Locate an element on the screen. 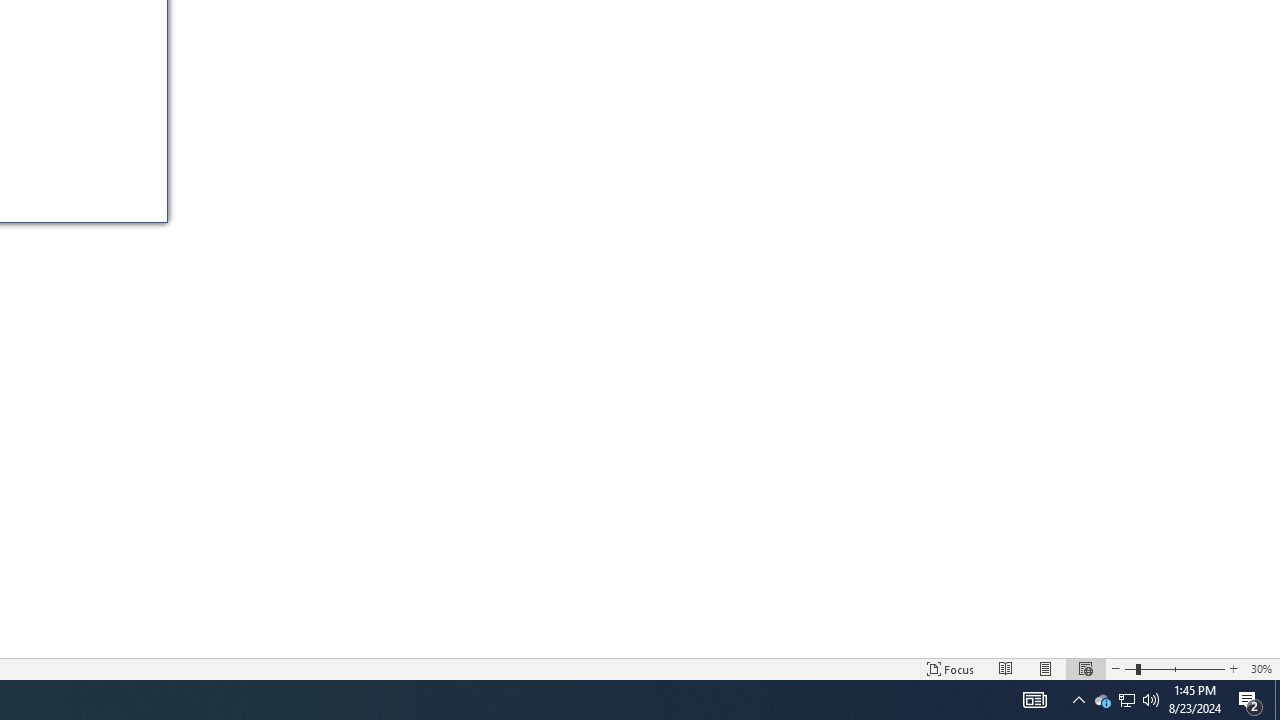 The width and height of the screenshot is (1280, 720). 'Zoom Out' is located at coordinates (1130, 669).